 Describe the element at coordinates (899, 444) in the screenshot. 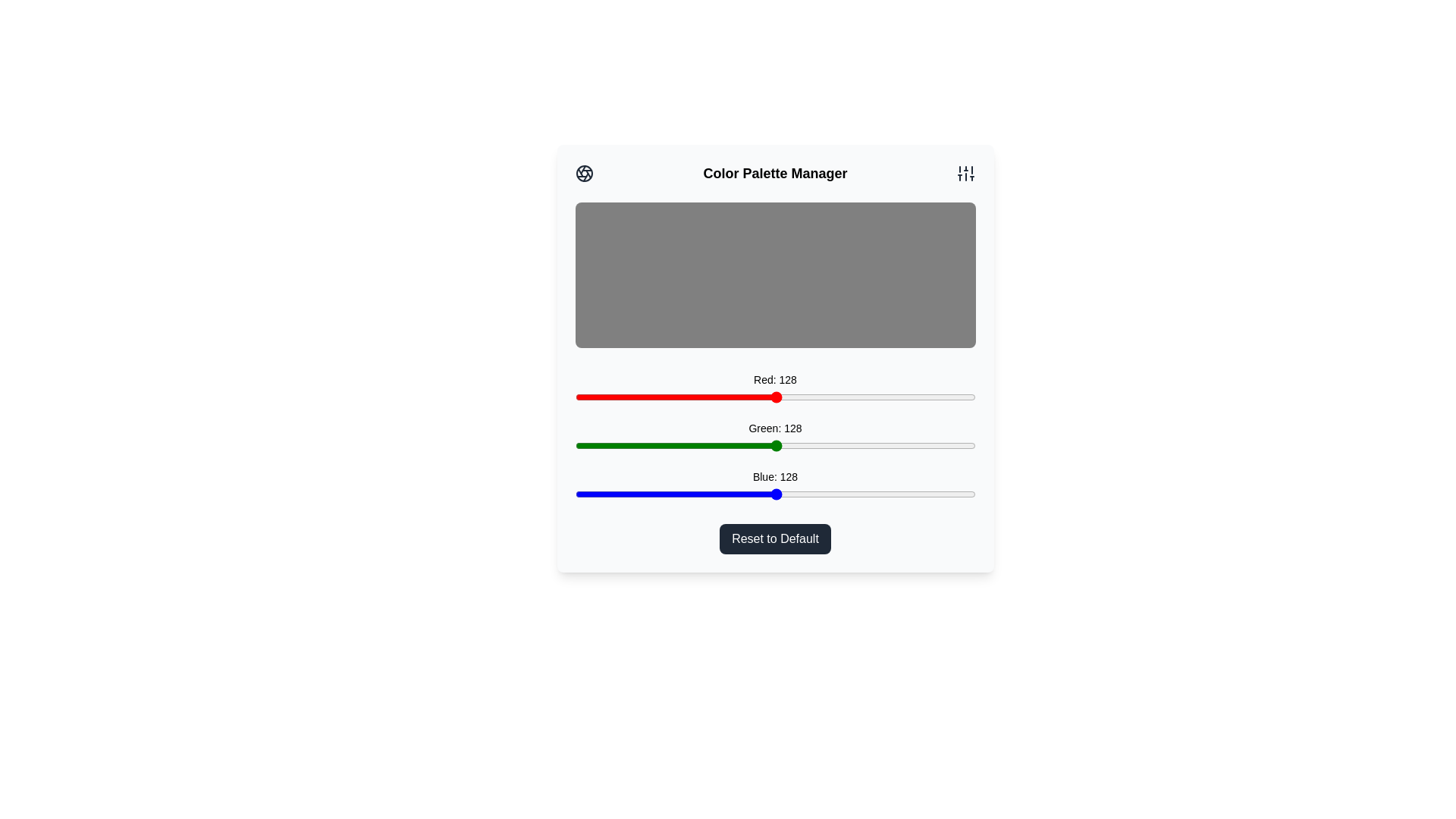

I see `the green slider to set the green intensity to 206` at that location.